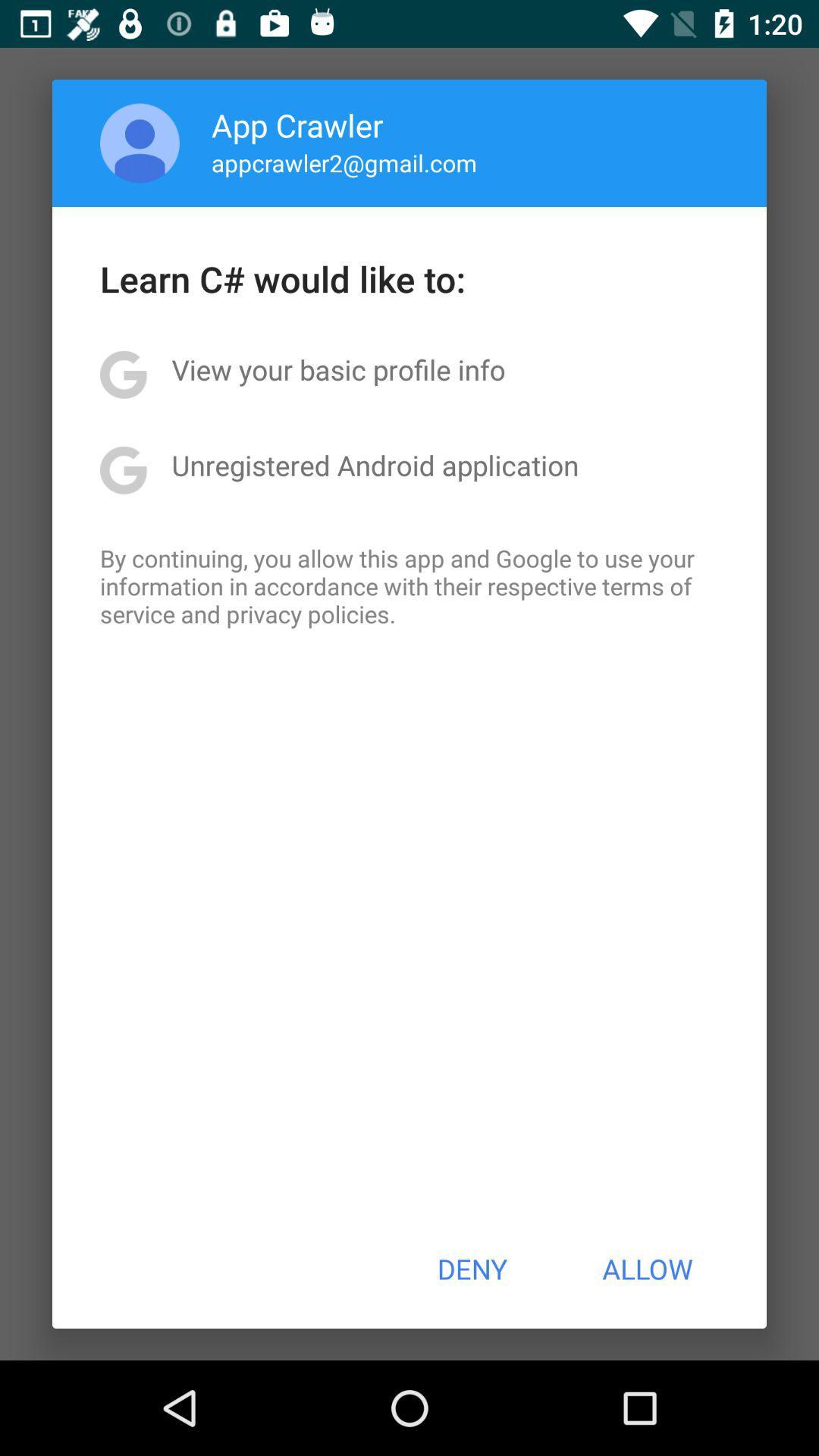 The image size is (819, 1456). What do you see at coordinates (344, 162) in the screenshot?
I see `the appcrawler2@gmail.com icon` at bounding box center [344, 162].